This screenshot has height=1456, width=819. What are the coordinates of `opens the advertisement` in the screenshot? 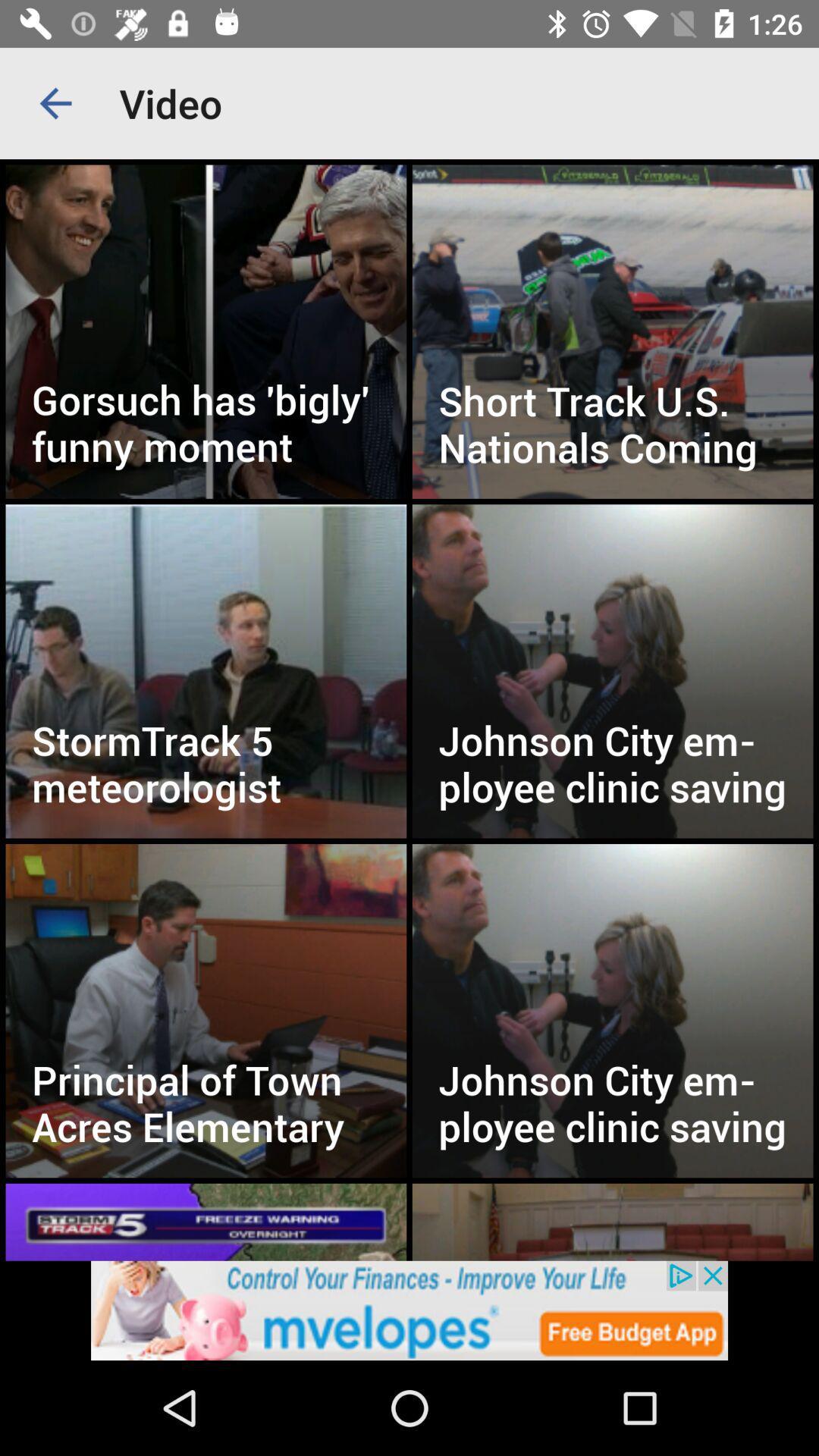 It's located at (409, 1310).